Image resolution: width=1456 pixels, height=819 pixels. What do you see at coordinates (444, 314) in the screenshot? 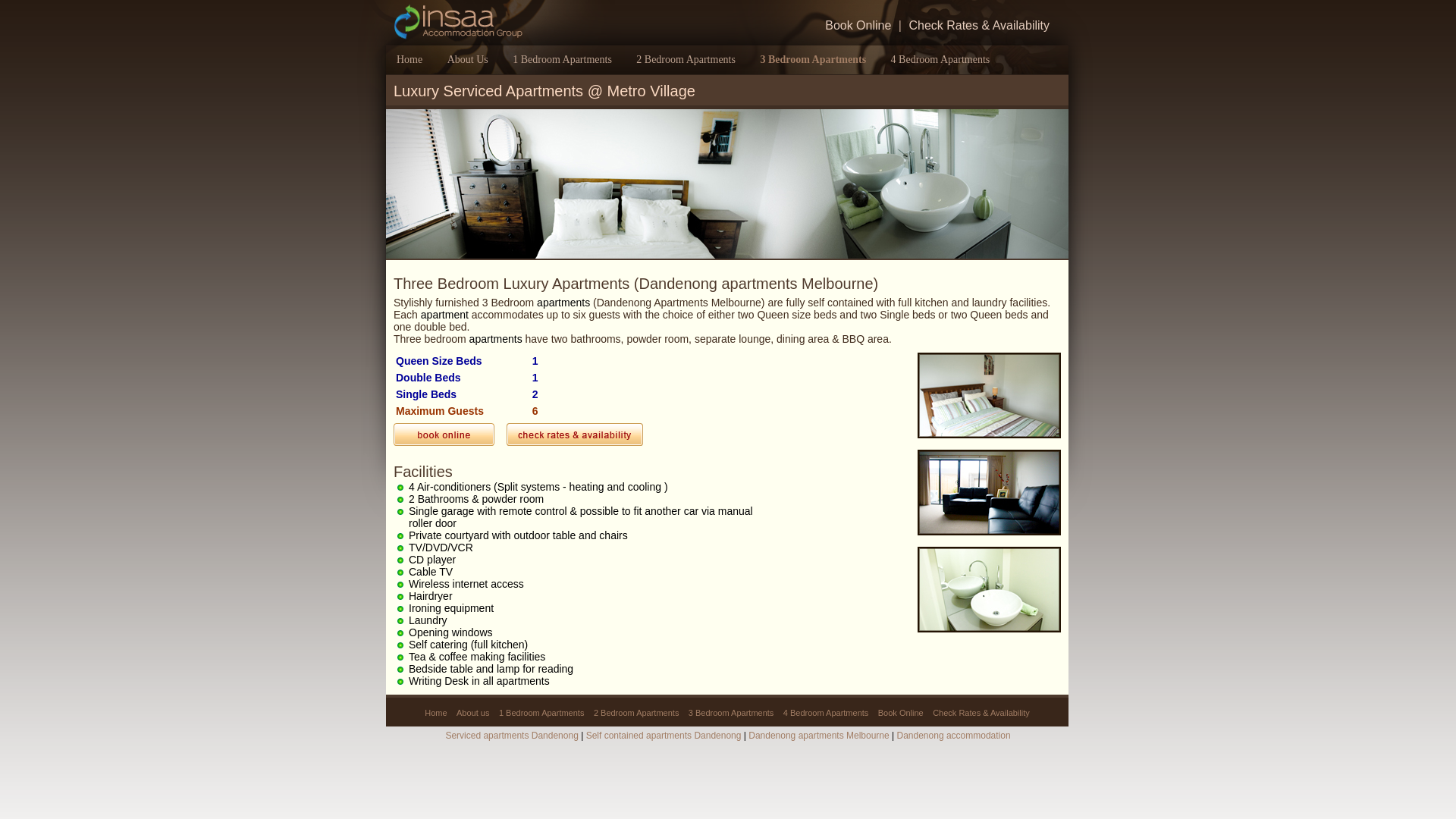
I see `'apartment'` at bounding box center [444, 314].